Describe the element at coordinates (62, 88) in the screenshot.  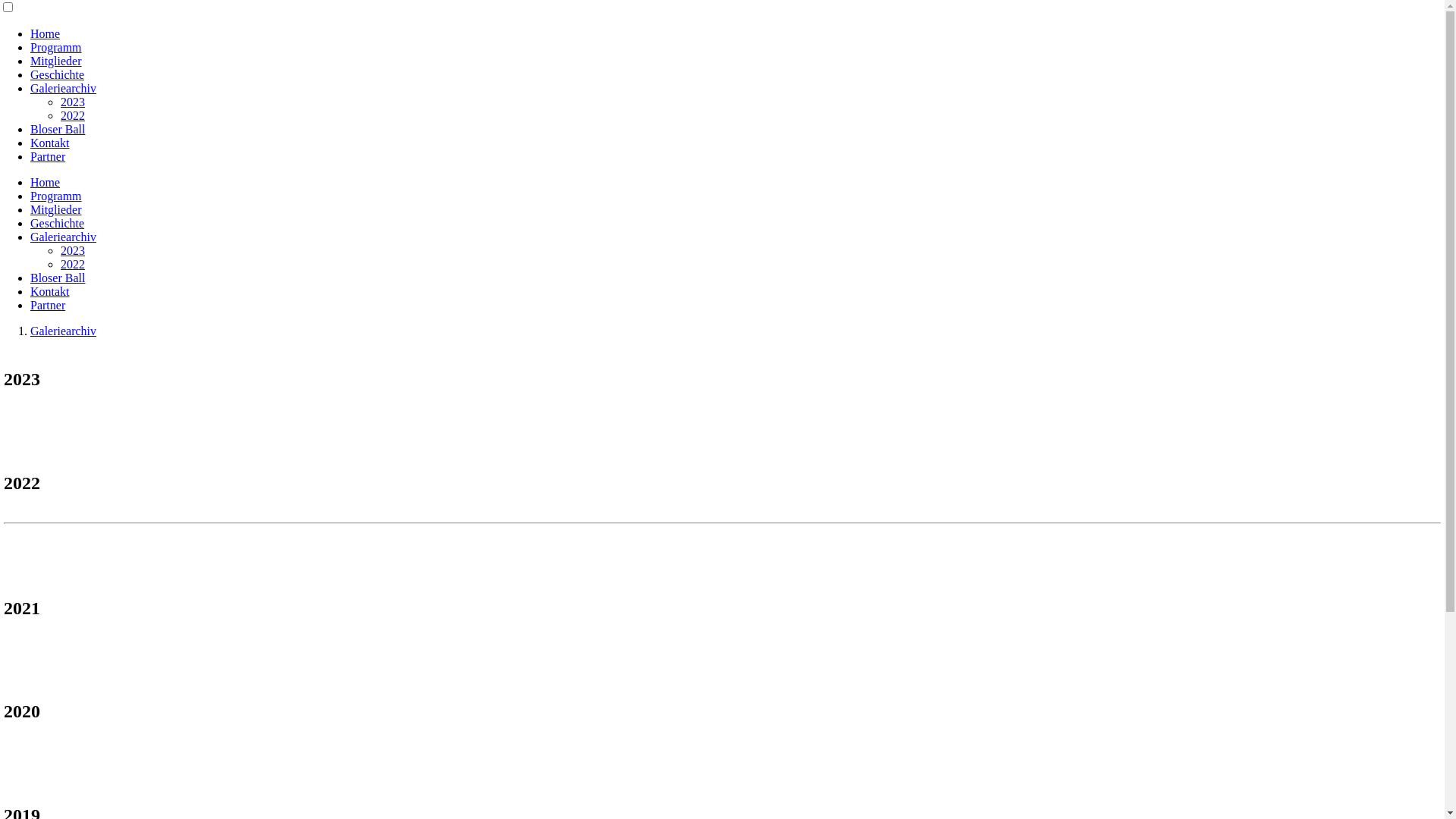
I see `'Galeriearchiv'` at that location.